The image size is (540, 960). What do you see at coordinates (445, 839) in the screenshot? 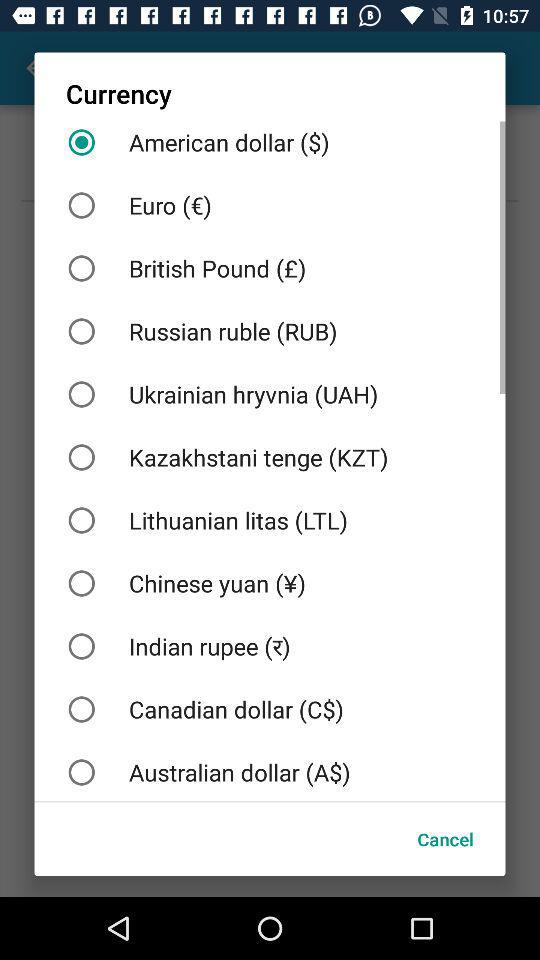
I see `cancel icon` at bounding box center [445, 839].